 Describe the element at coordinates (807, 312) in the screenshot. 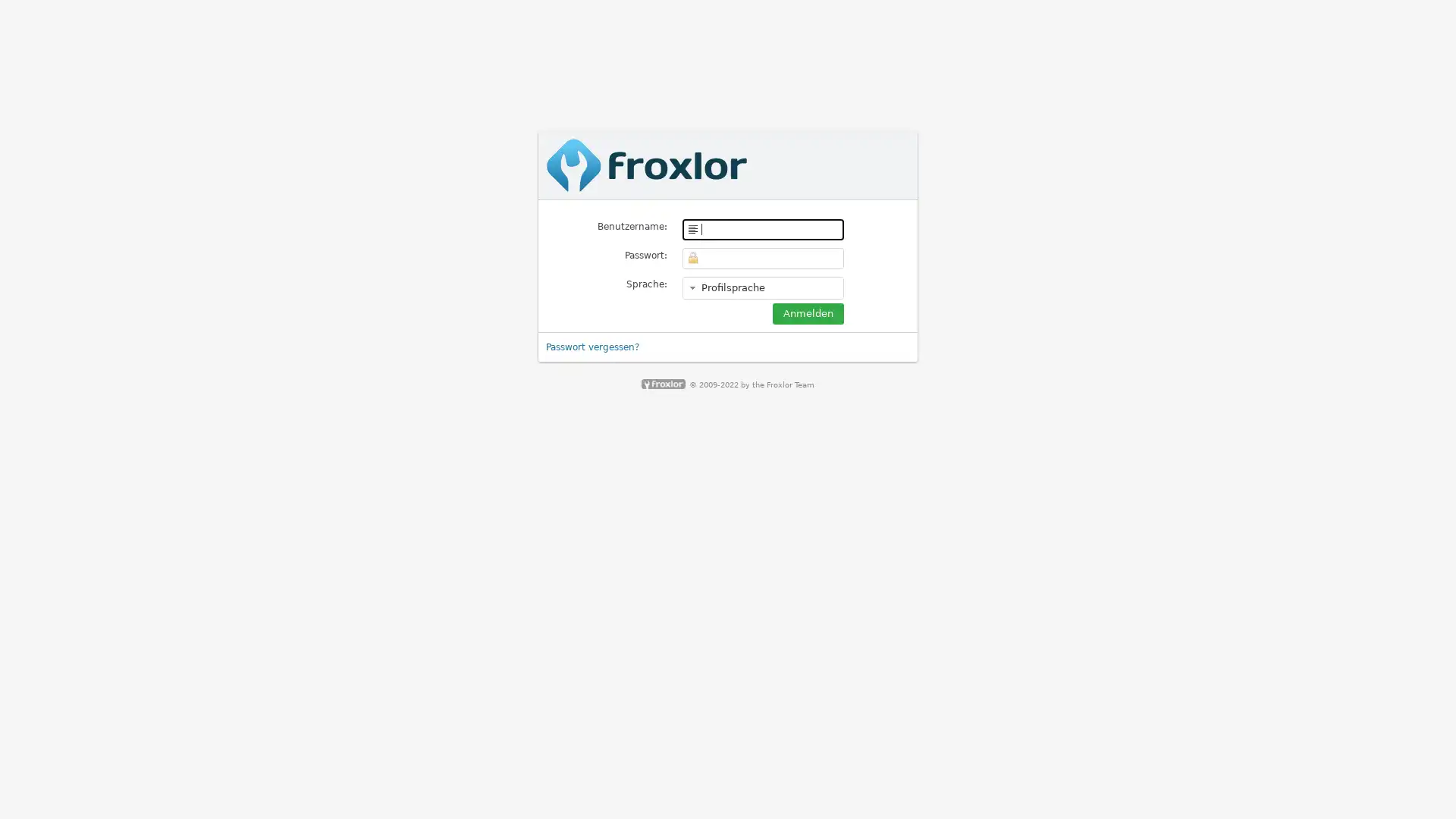

I see `Anmelden` at that location.